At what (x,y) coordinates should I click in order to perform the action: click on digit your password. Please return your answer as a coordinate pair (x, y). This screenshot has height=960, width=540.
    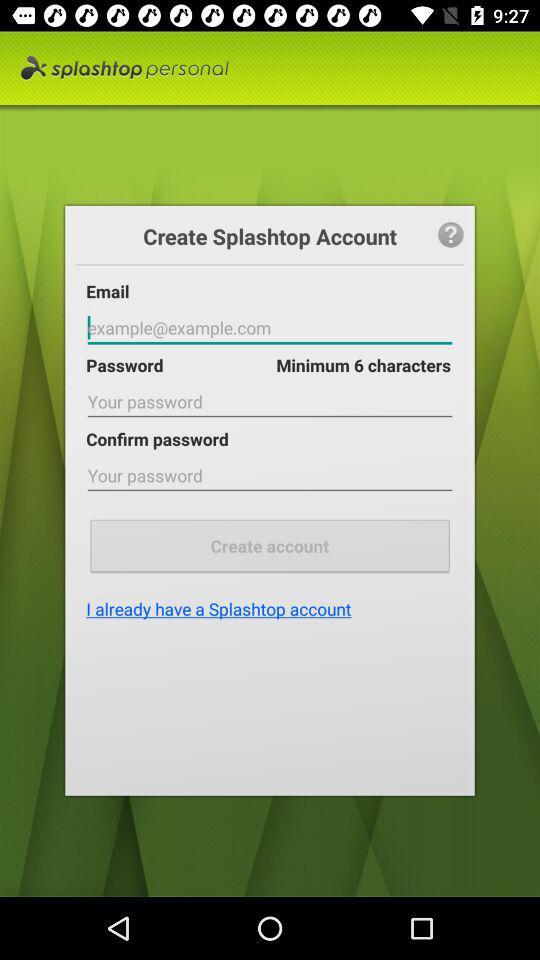
    Looking at the image, I should click on (270, 401).